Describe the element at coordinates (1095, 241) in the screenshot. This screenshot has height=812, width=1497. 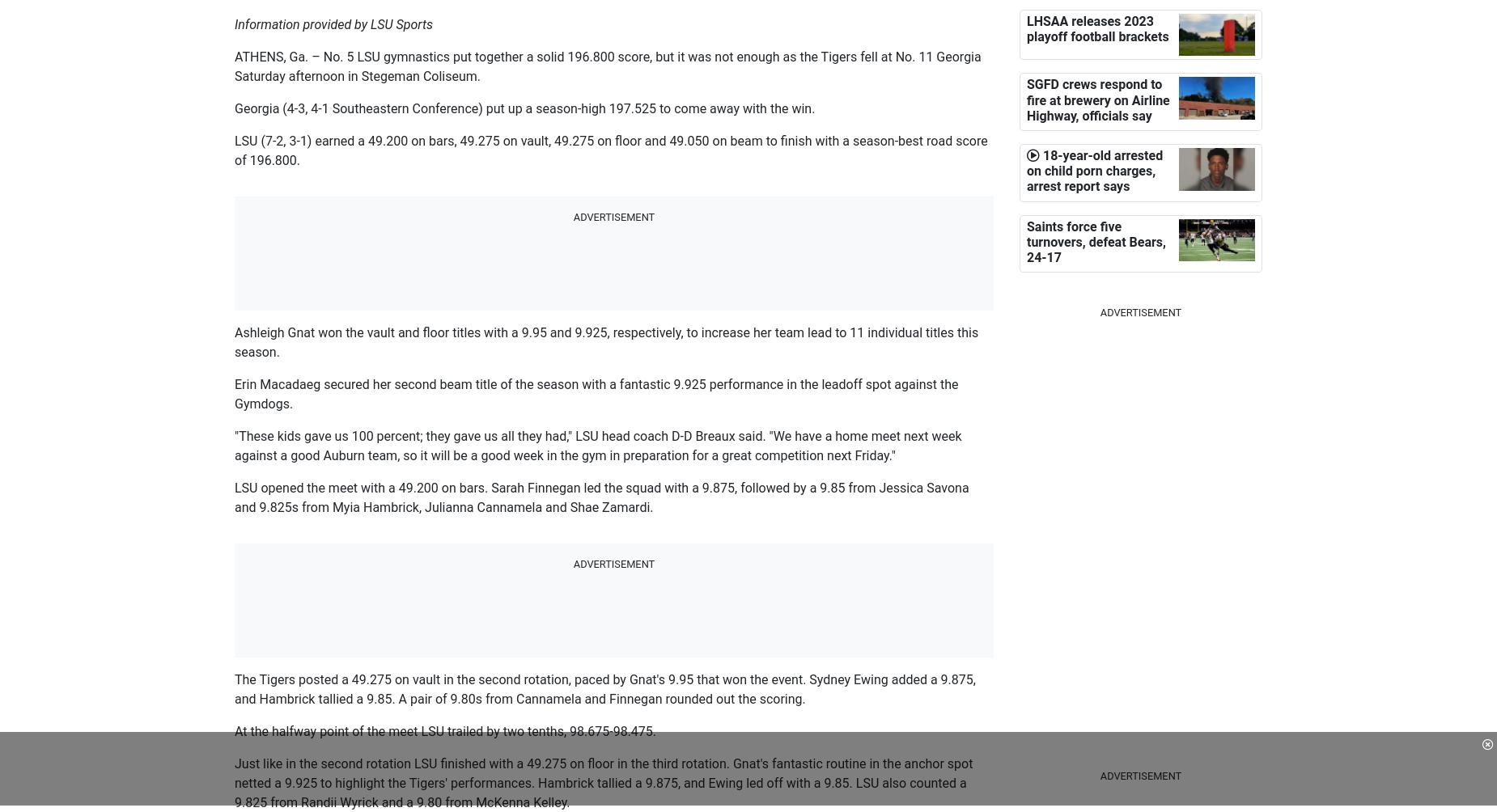
I see `'Saints force five turnovers, defeat Bears, 24-17'` at that location.